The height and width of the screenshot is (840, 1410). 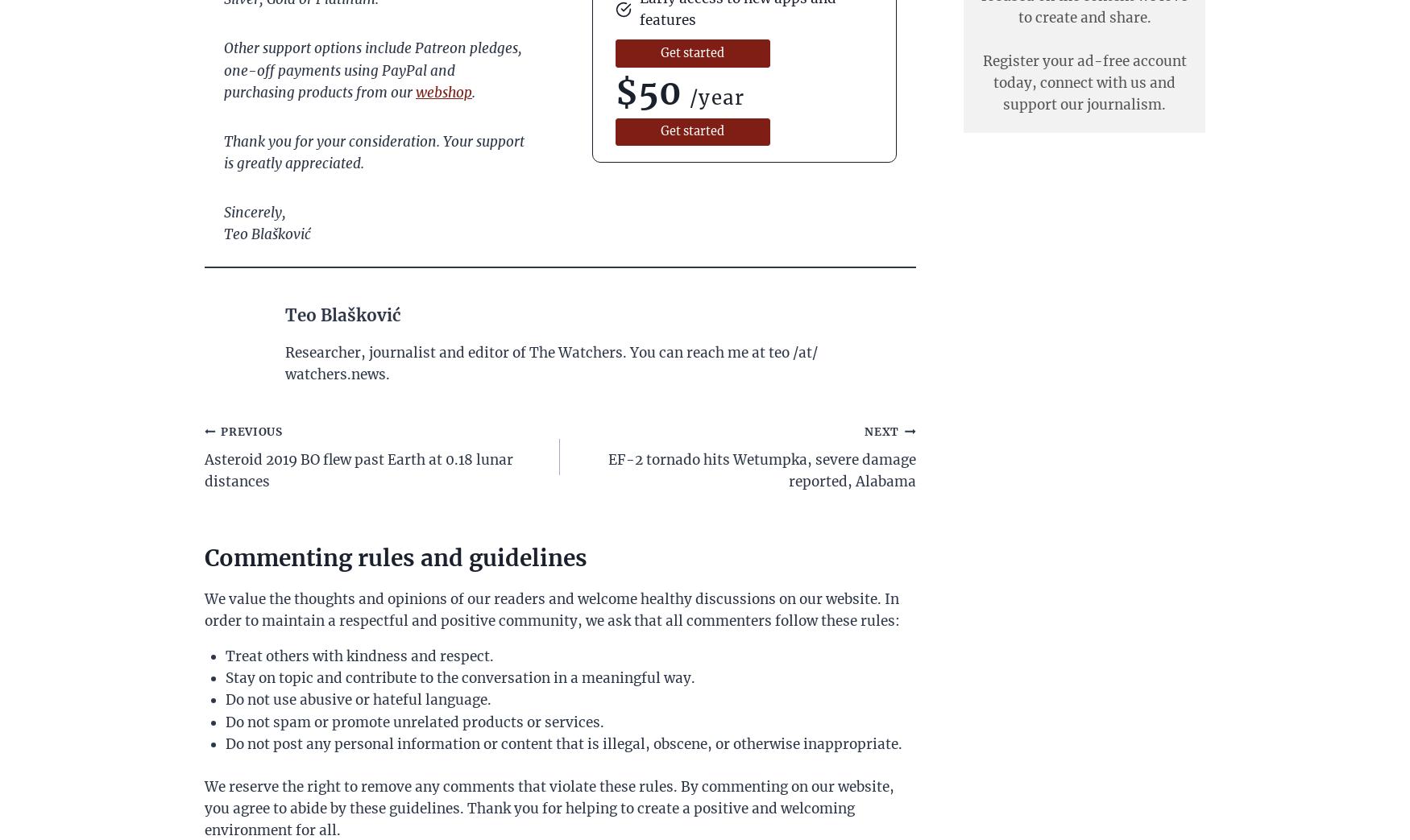 What do you see at coordinates (443, 91) in the screenshot?
I see `'webshop'` at bounding box center [443, 91].